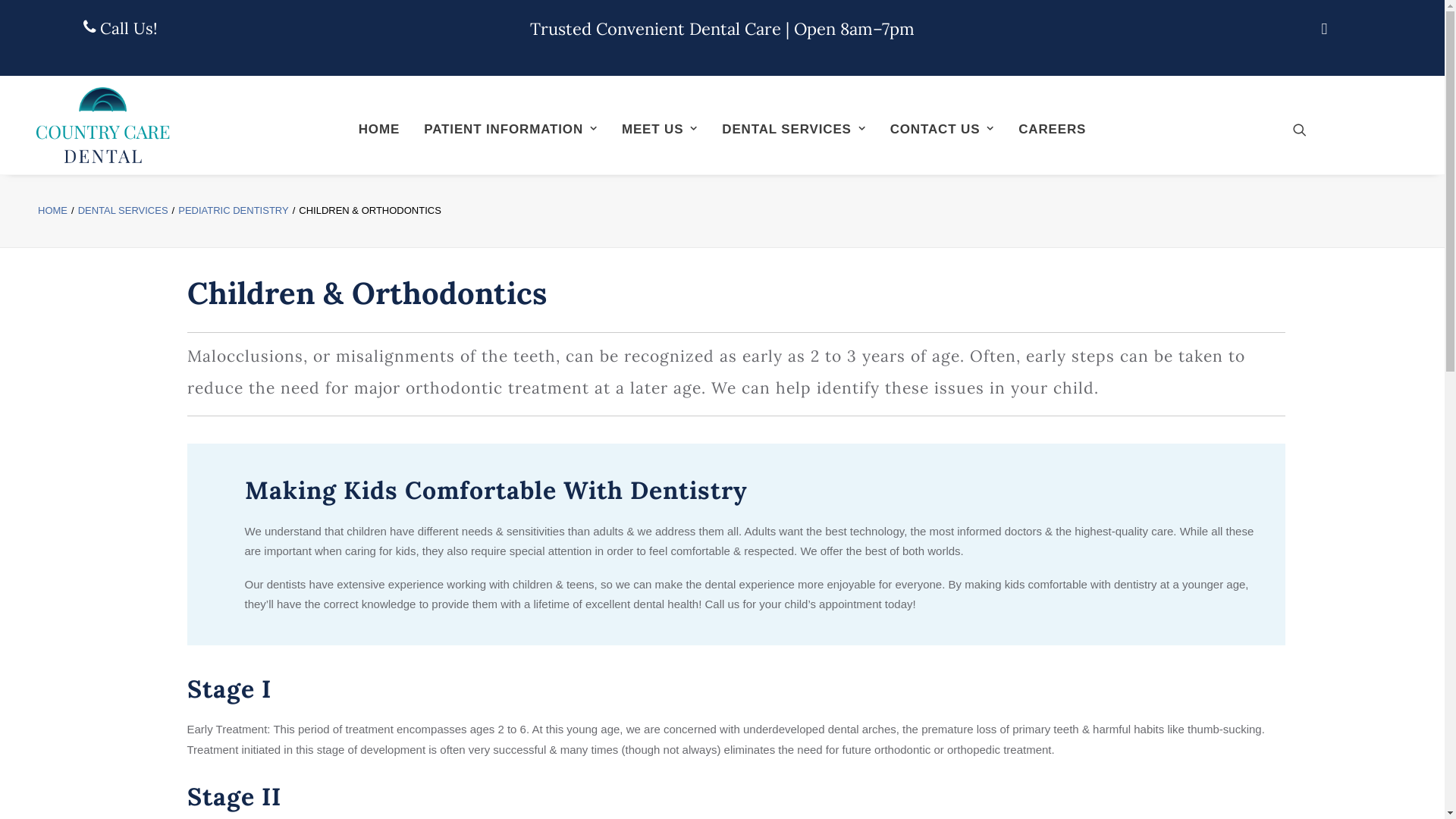 The image size is (1456, 819). What do you see at coordinates (123, 210) in the screenshot?
I see `'DENTAL SERVICES'` at bounding box center [123, 210].